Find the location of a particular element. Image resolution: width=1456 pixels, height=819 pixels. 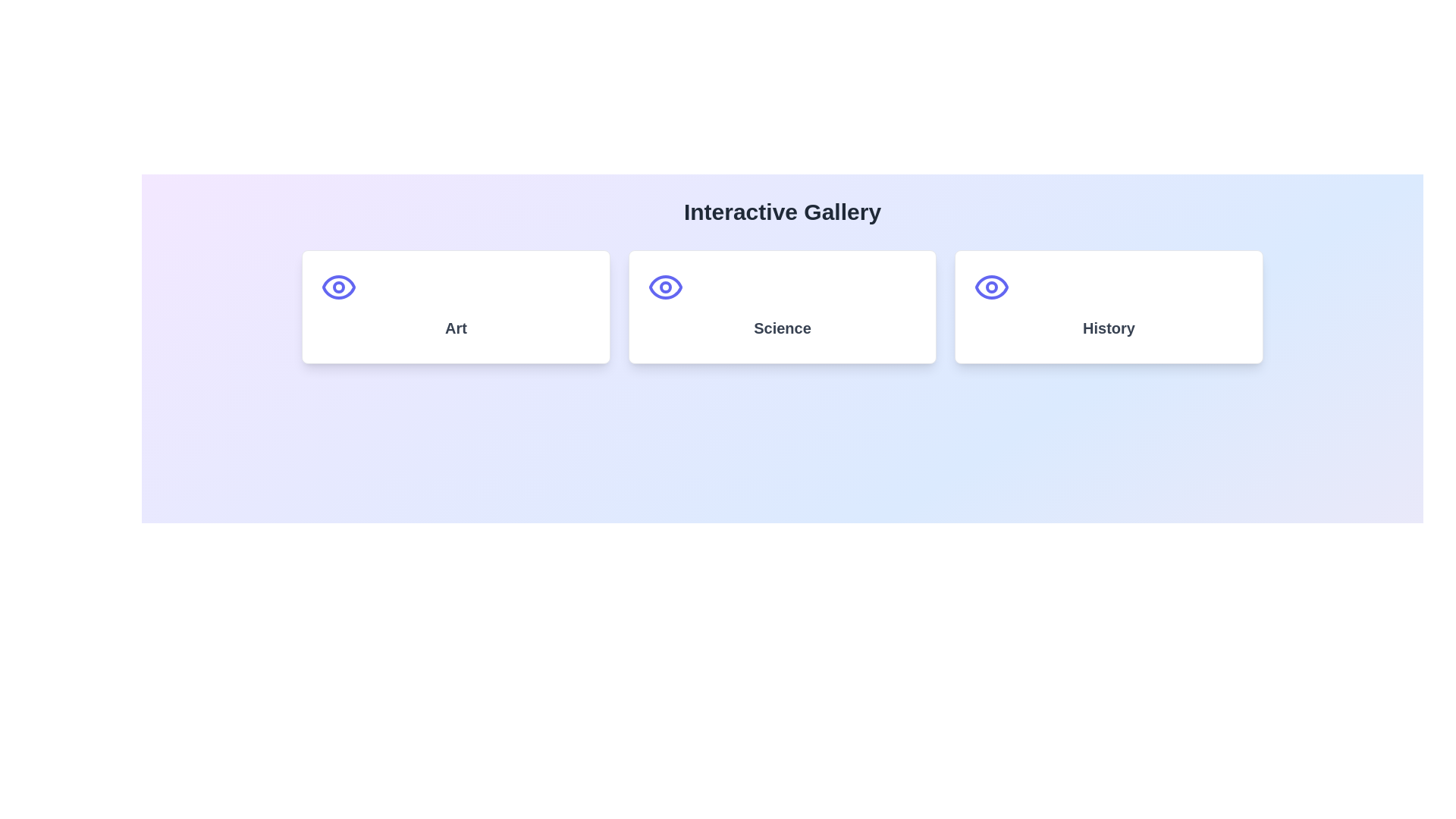

the text label displaying the word 'Art', which is styled with a bold font and dark gray color, located centrally in the first card of a series of three cards is located at coordinates (455, 327).